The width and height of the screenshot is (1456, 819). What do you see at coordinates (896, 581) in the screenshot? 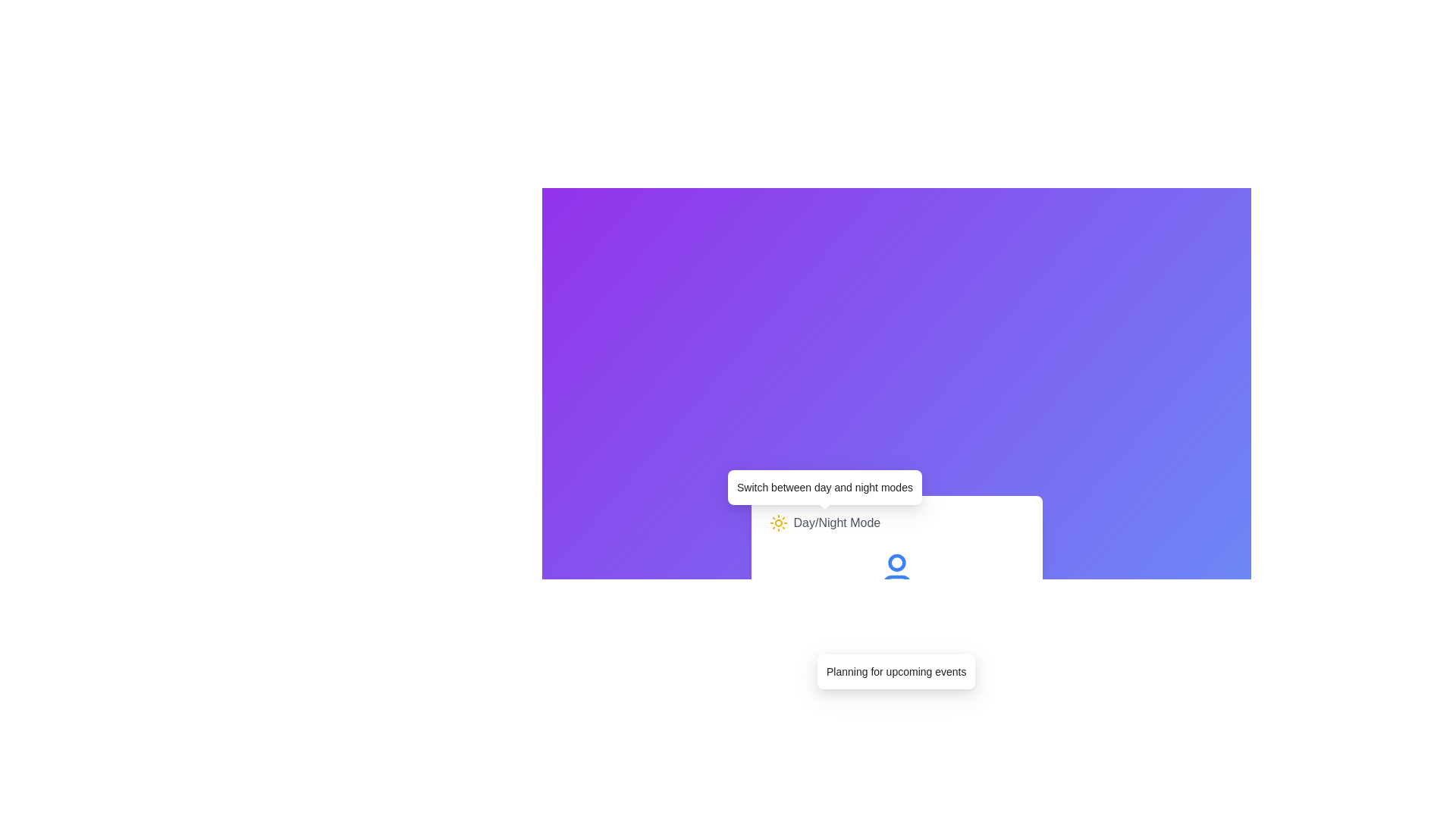
I see `the bottom half of the human figure icon that is part of a larger user profile icon, located below the circular head representation` at bounding box center [896, 581].